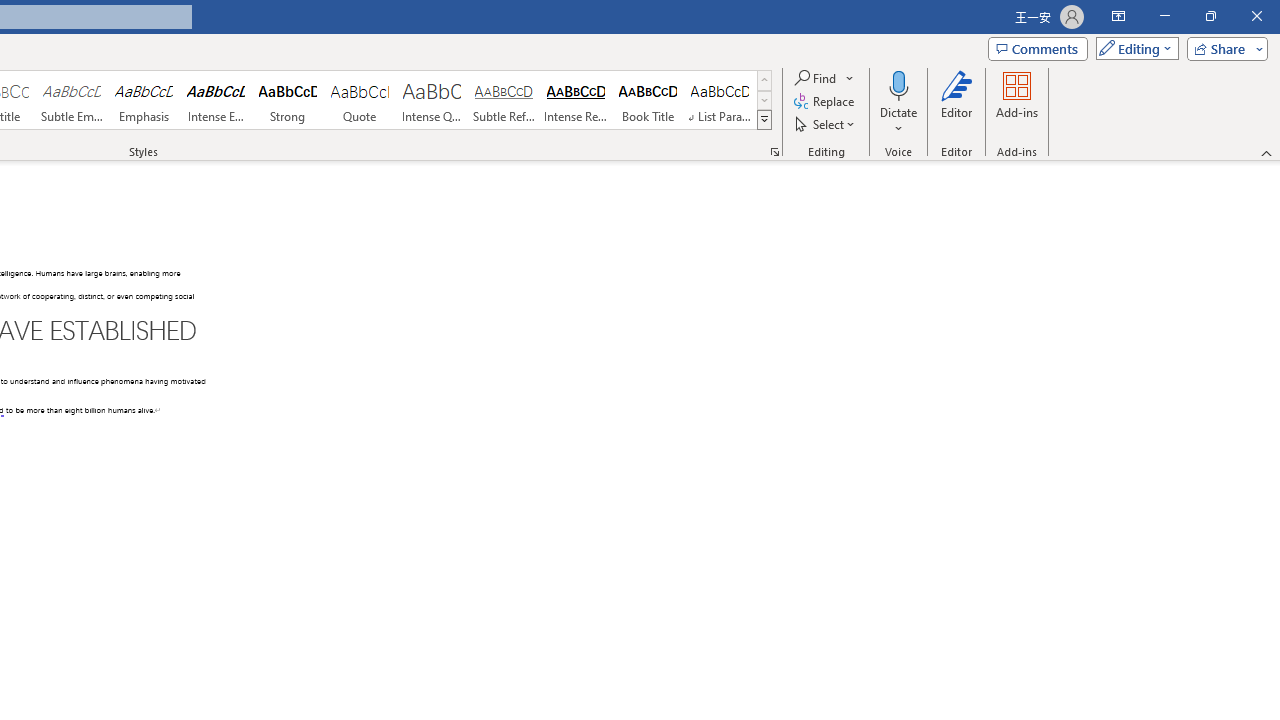  Describe the element at coordinates (431, 100) in the screenshot. I see `'Intense Quote'` at that location.